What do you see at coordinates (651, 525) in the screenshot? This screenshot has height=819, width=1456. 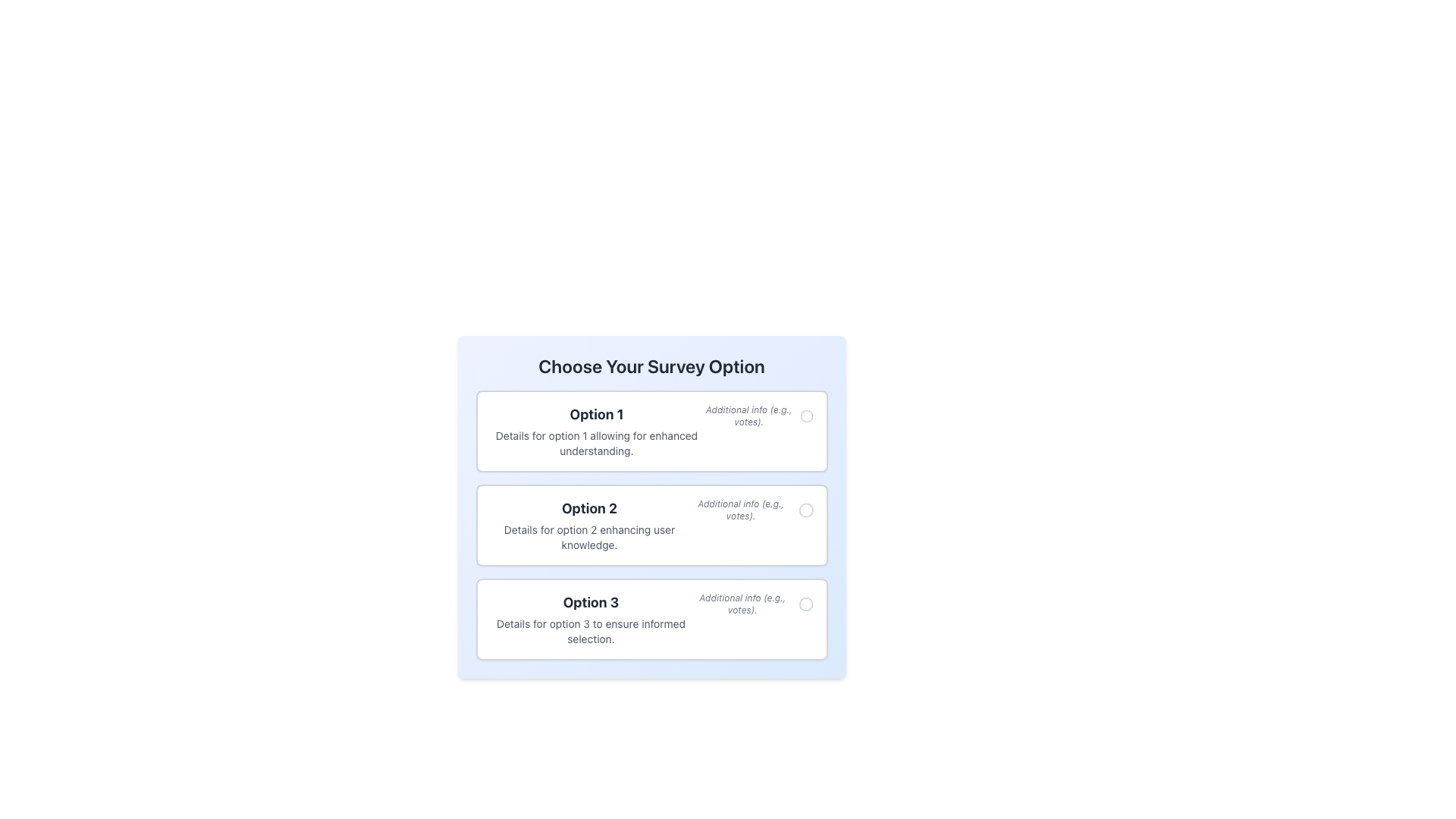 I see `the second selectable option card in the survey options list for interaction` at bounding box center [651, 525].